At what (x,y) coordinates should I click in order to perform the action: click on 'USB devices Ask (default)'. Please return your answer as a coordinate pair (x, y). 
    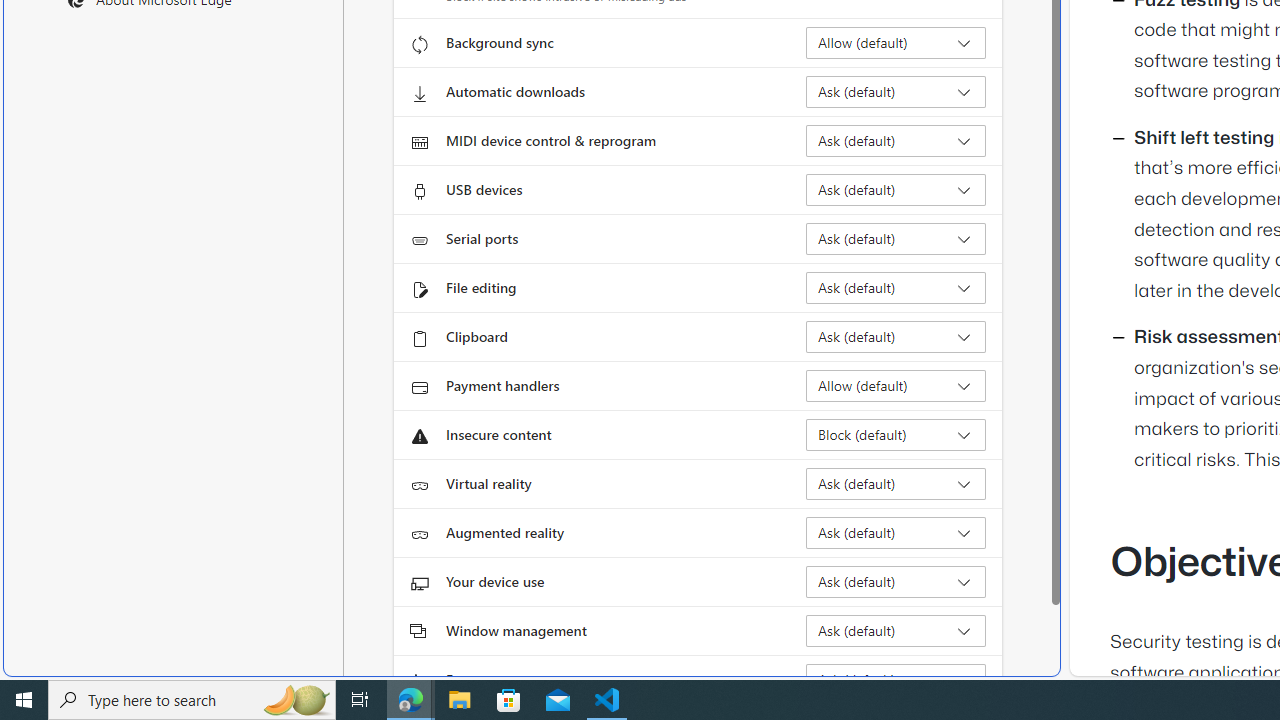
    Looking at the image, I should click on (895, 190).